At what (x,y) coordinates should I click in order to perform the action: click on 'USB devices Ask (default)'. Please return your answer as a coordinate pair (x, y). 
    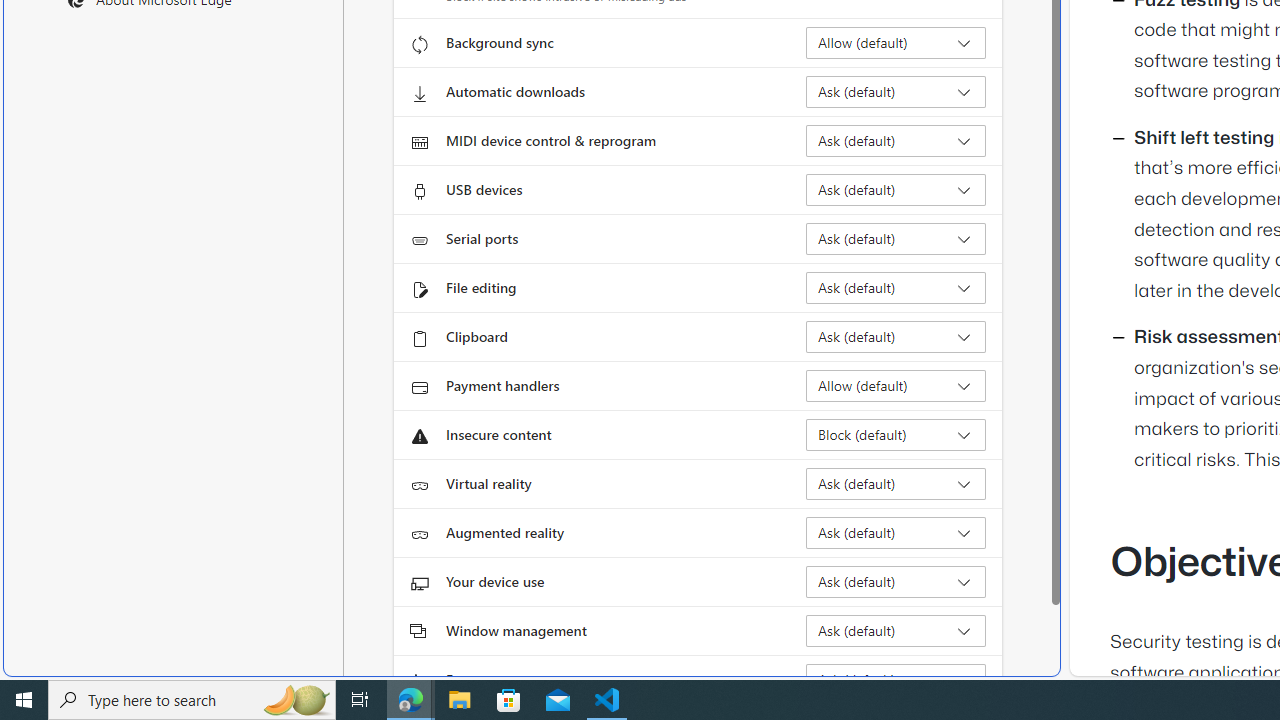
    Looking at the image, I should click on (895, 190).